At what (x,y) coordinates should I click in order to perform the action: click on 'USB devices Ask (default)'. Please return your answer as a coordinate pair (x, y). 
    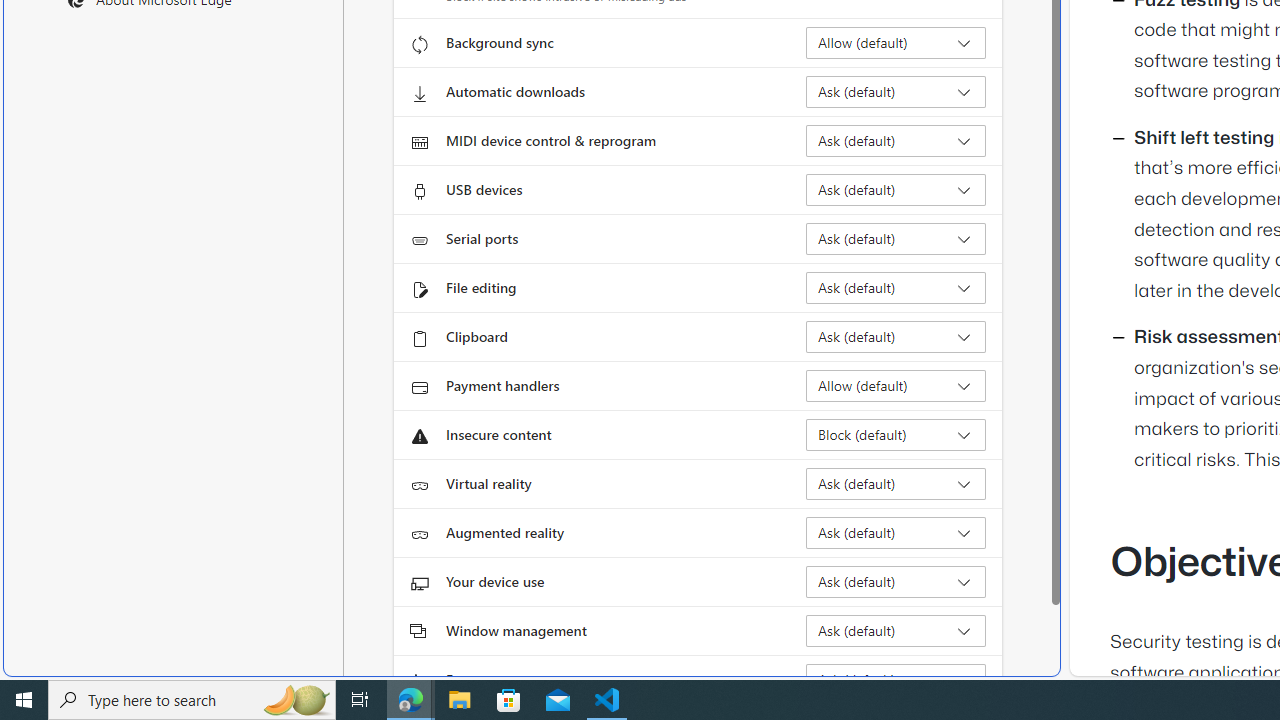
    Looking at the image, I should click on (895, 190).